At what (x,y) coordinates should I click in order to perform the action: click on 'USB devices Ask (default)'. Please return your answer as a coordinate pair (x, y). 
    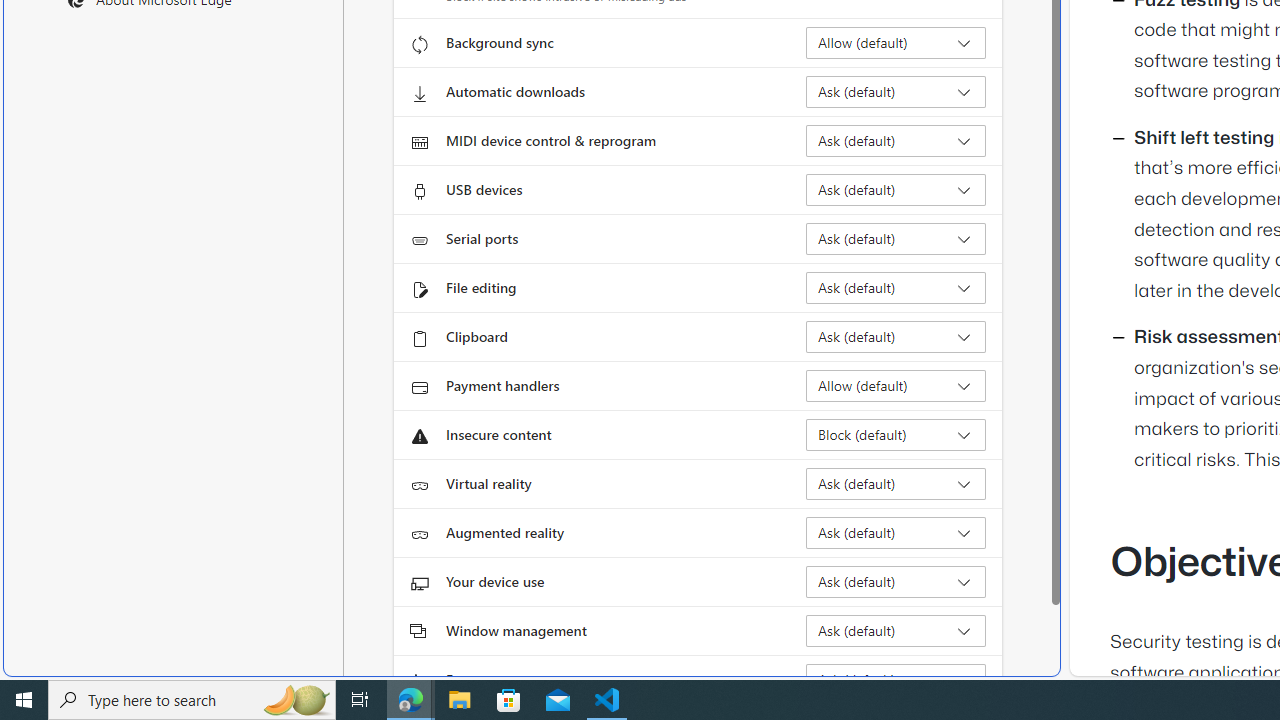
    Looking at the image, I should click on (895, 190).